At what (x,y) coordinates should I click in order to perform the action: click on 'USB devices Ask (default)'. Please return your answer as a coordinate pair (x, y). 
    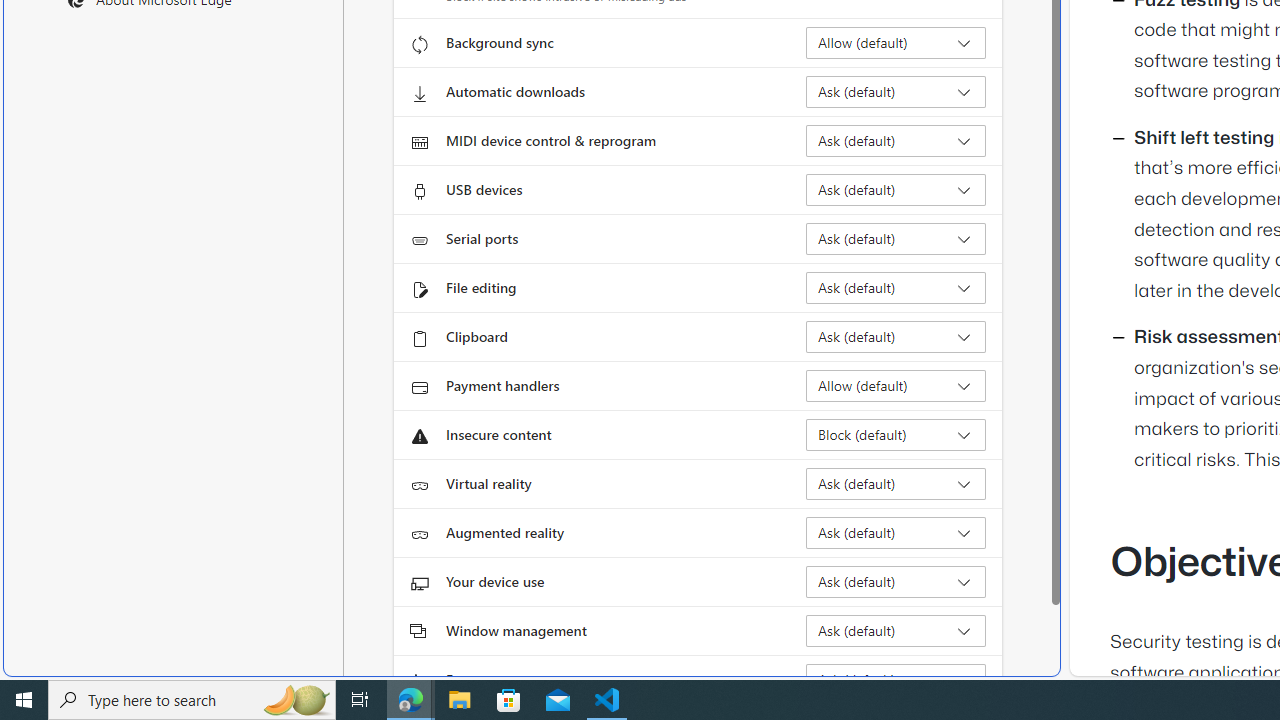
    Looking at the image, I should click on (895, 190).